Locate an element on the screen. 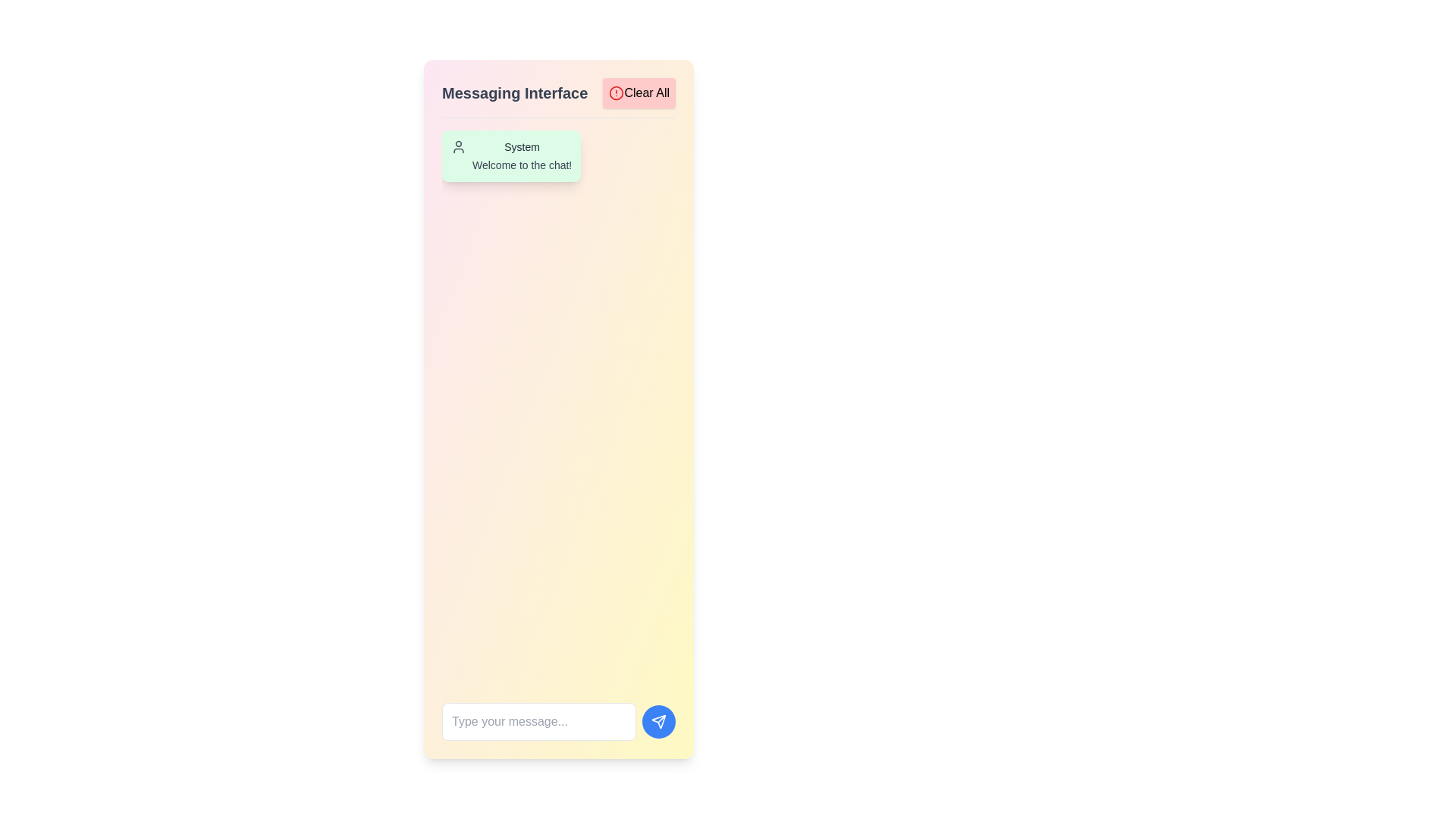  the Notification card that has a light green background, featuring a user icon, the text 'System' in bold dark gray font, and 'Welcome to the chat!' in lighter gray font below it is located at coordinates (511, 155).